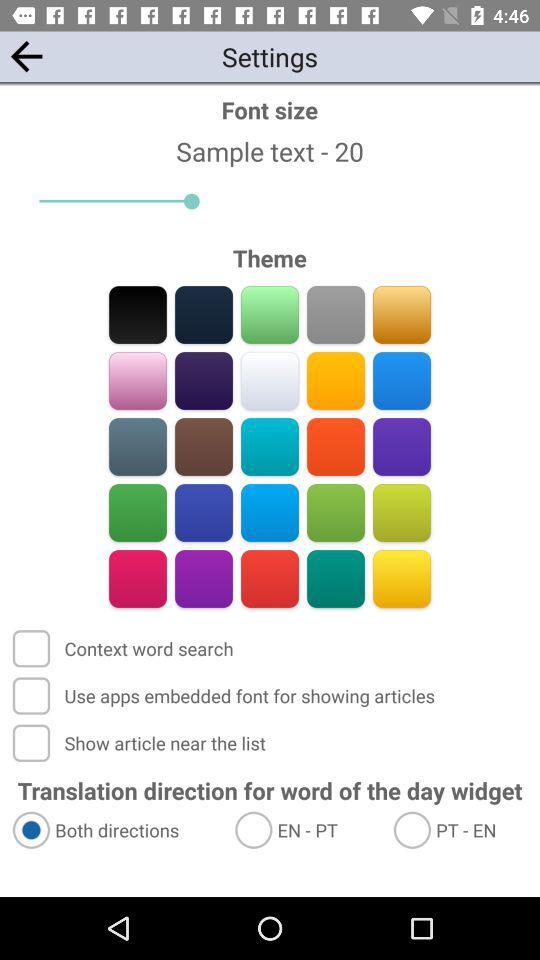 The image size is (540, 960). What do you see at coordinates (401, 446) in the screenshot?
I see `switch violet color` at bounding box center [401, 446].